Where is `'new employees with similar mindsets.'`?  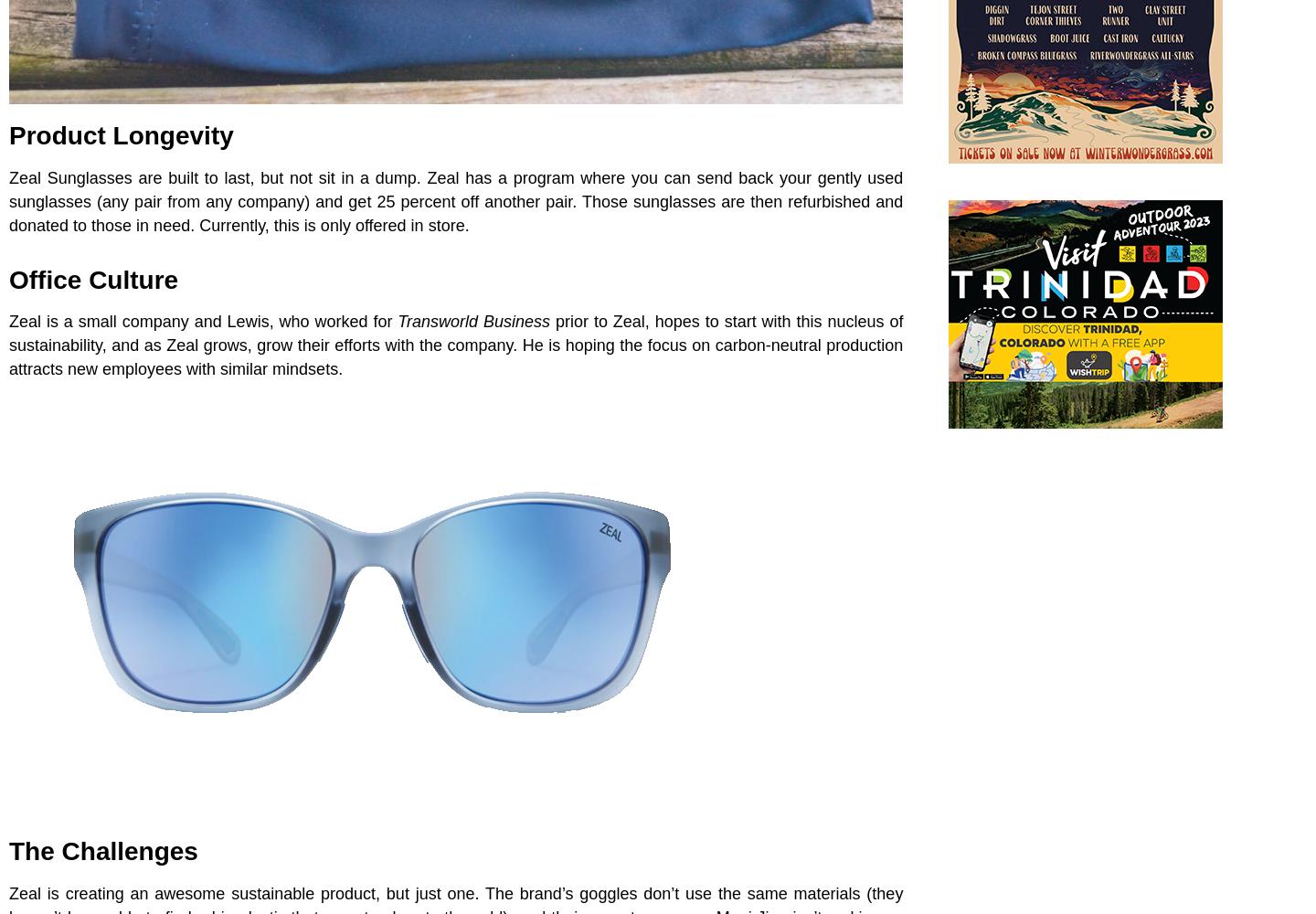 'new employees with similar mindsets.' is located at coordinates (203, 369).